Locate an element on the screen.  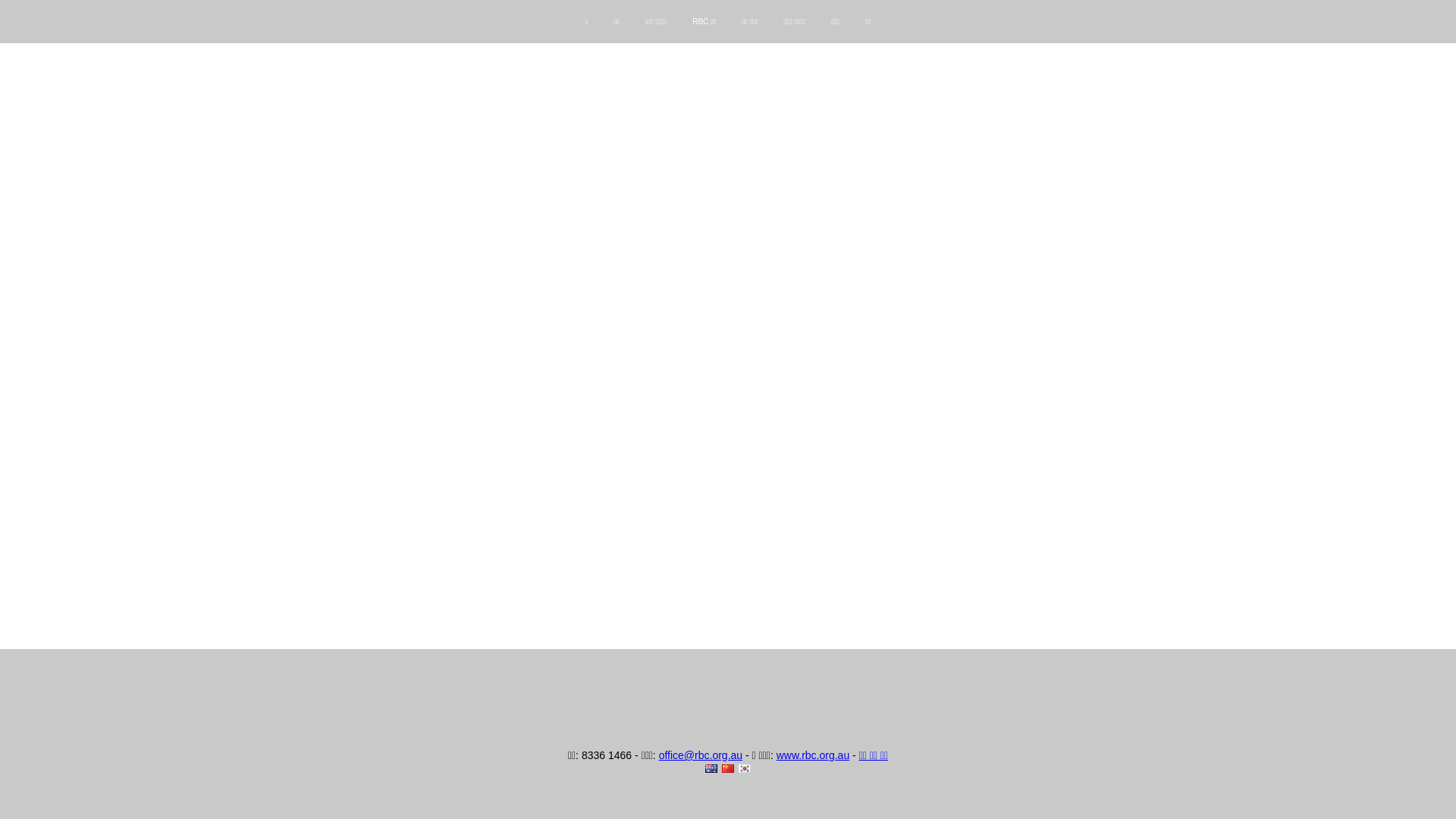
'www.rbc.org.au' is located at coordinates (811, 755).